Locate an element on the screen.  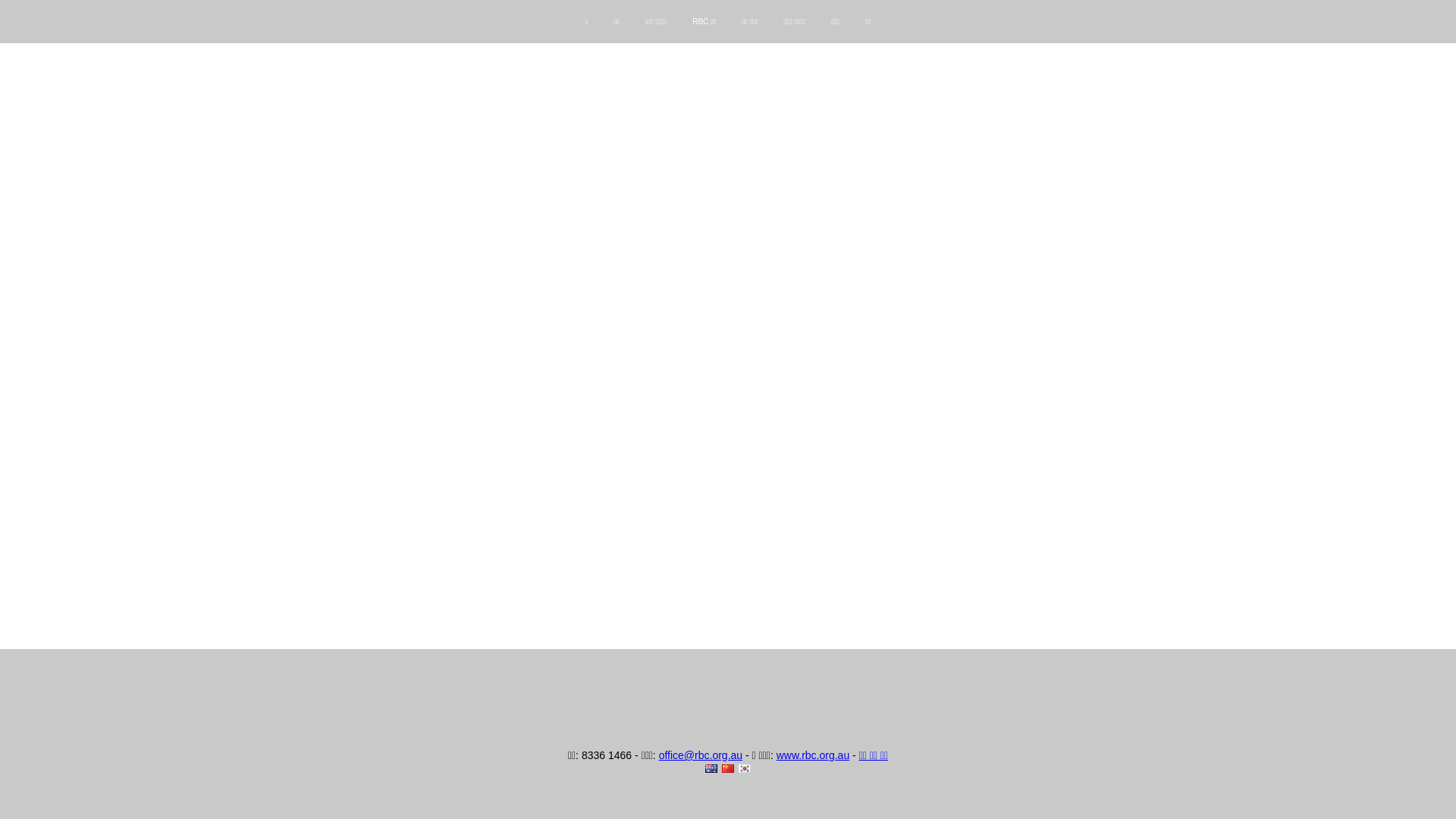
'www.rbc.org.au' is located at coordinates (811, 755).